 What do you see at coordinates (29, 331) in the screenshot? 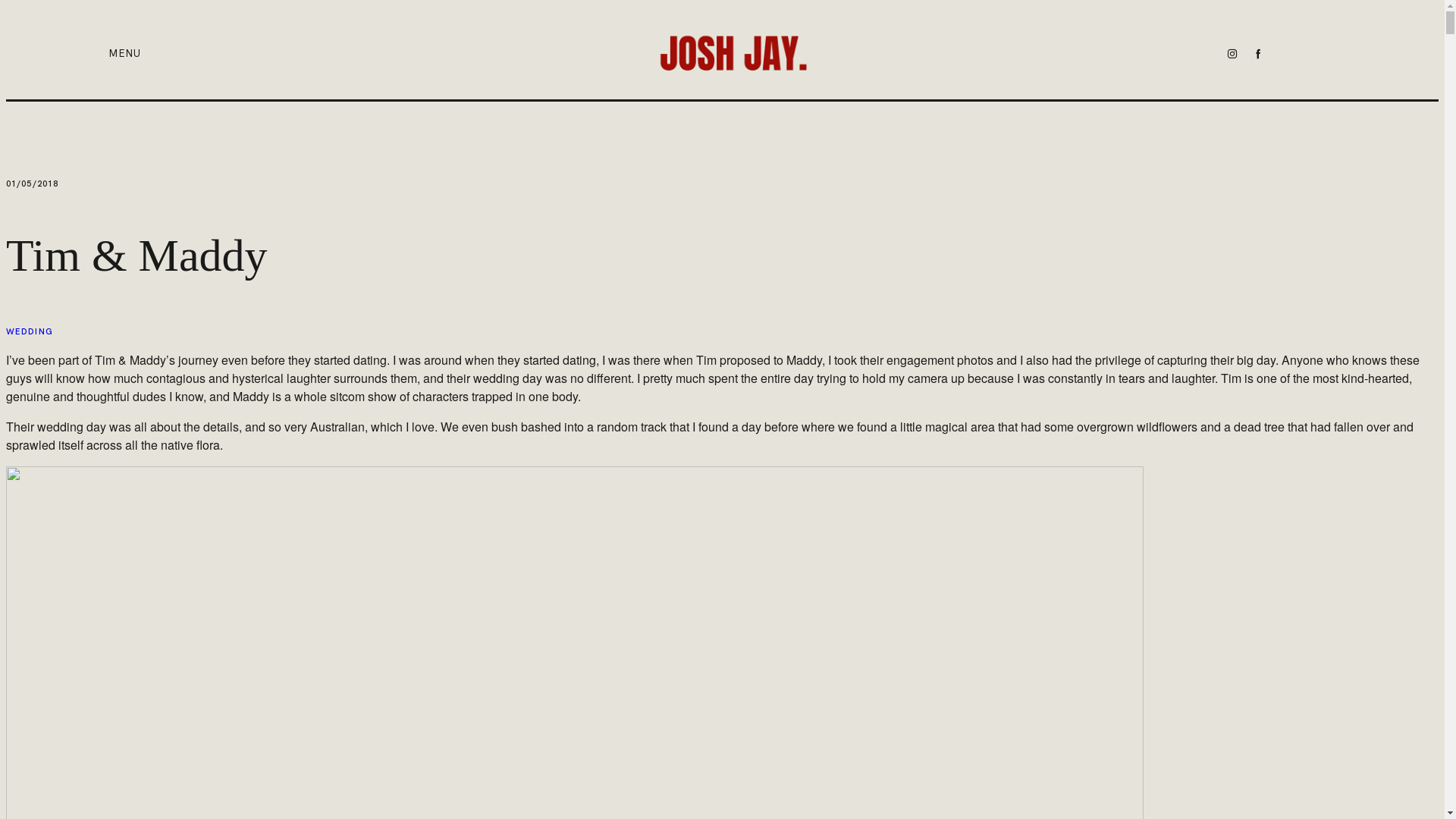
I see `'WEDDING'` at bounding box center [29, 331].